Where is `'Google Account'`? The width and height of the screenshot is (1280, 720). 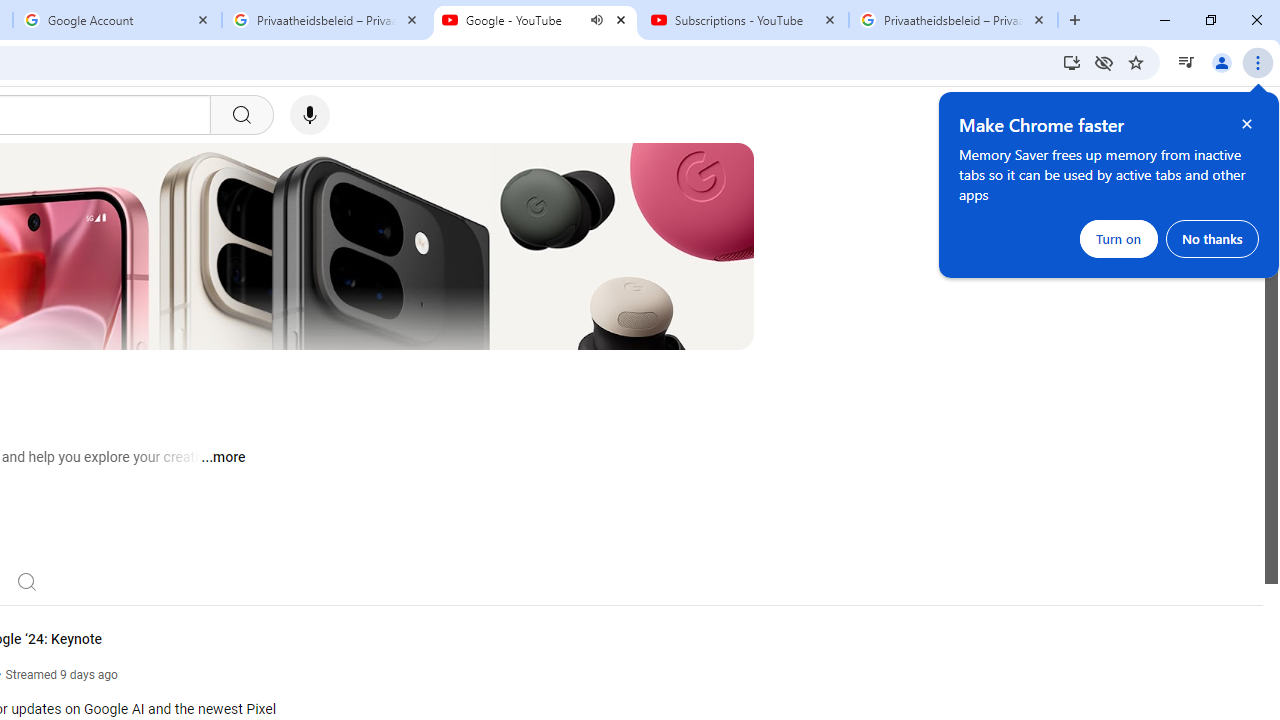
'Google Account' is located at coordinates (116, 20).